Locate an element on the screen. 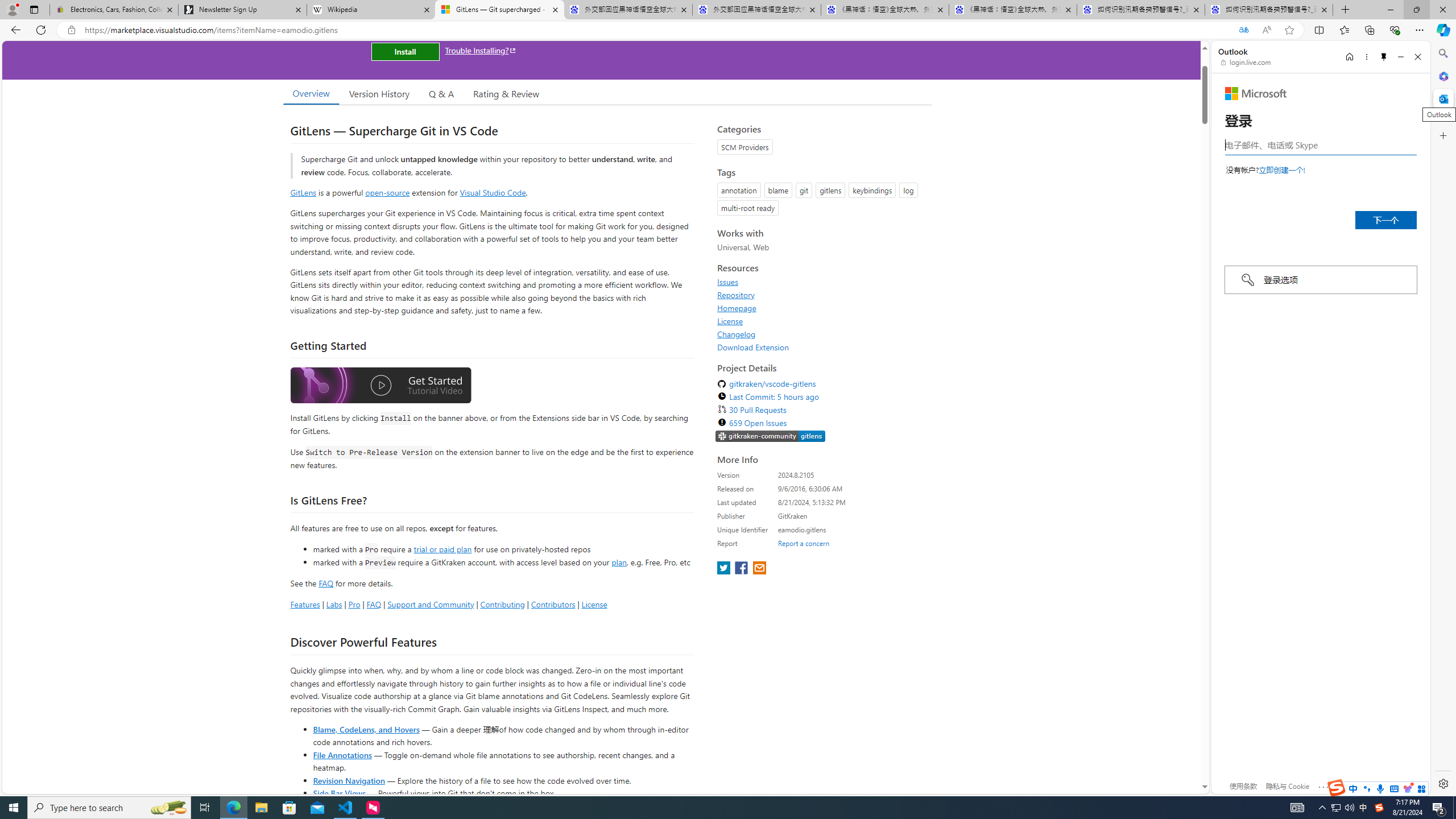 The image size is (1456, 819). 'login.live.com' is located at coordinates (1246, 61).